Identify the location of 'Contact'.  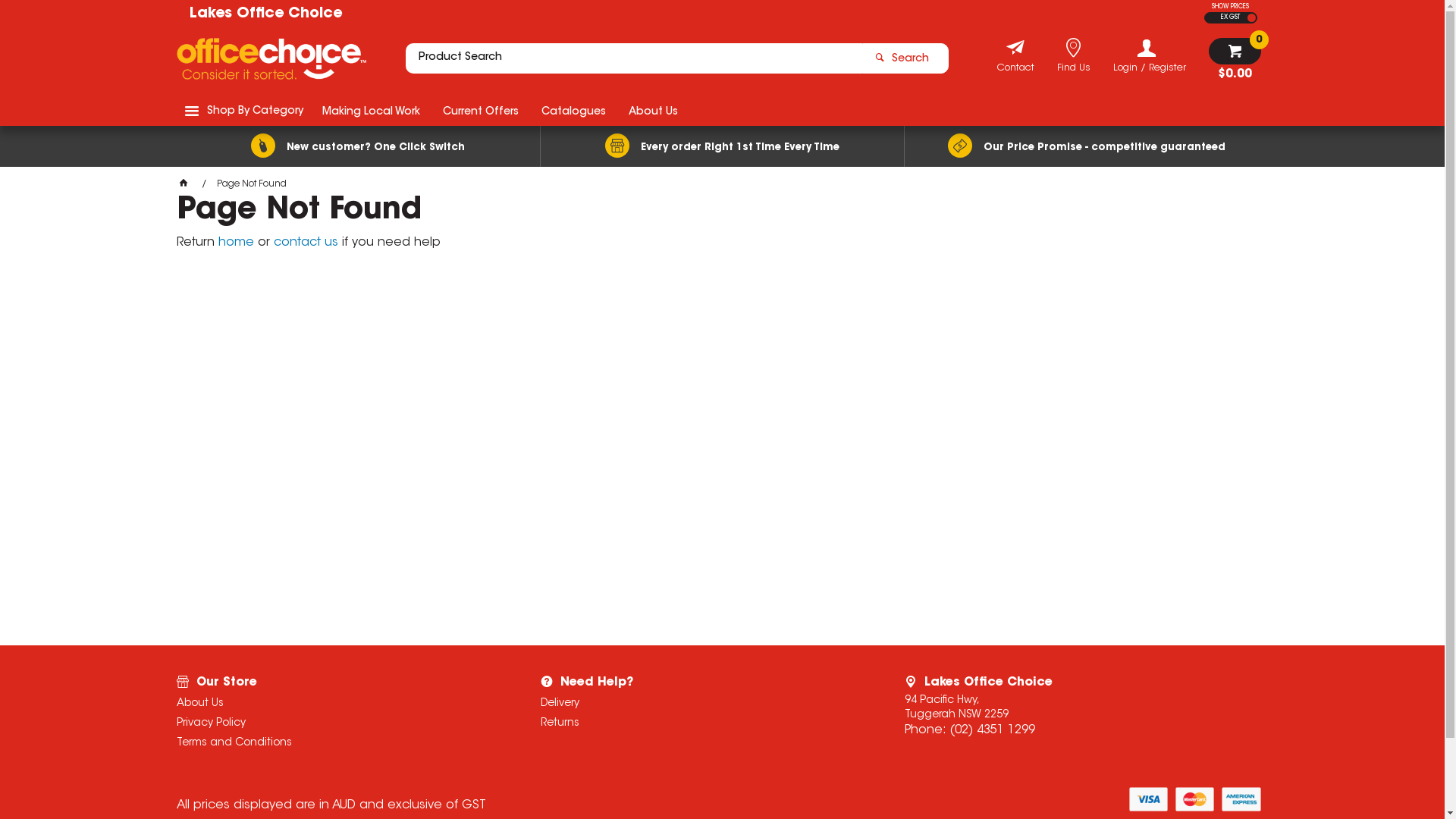
(1015, 70).